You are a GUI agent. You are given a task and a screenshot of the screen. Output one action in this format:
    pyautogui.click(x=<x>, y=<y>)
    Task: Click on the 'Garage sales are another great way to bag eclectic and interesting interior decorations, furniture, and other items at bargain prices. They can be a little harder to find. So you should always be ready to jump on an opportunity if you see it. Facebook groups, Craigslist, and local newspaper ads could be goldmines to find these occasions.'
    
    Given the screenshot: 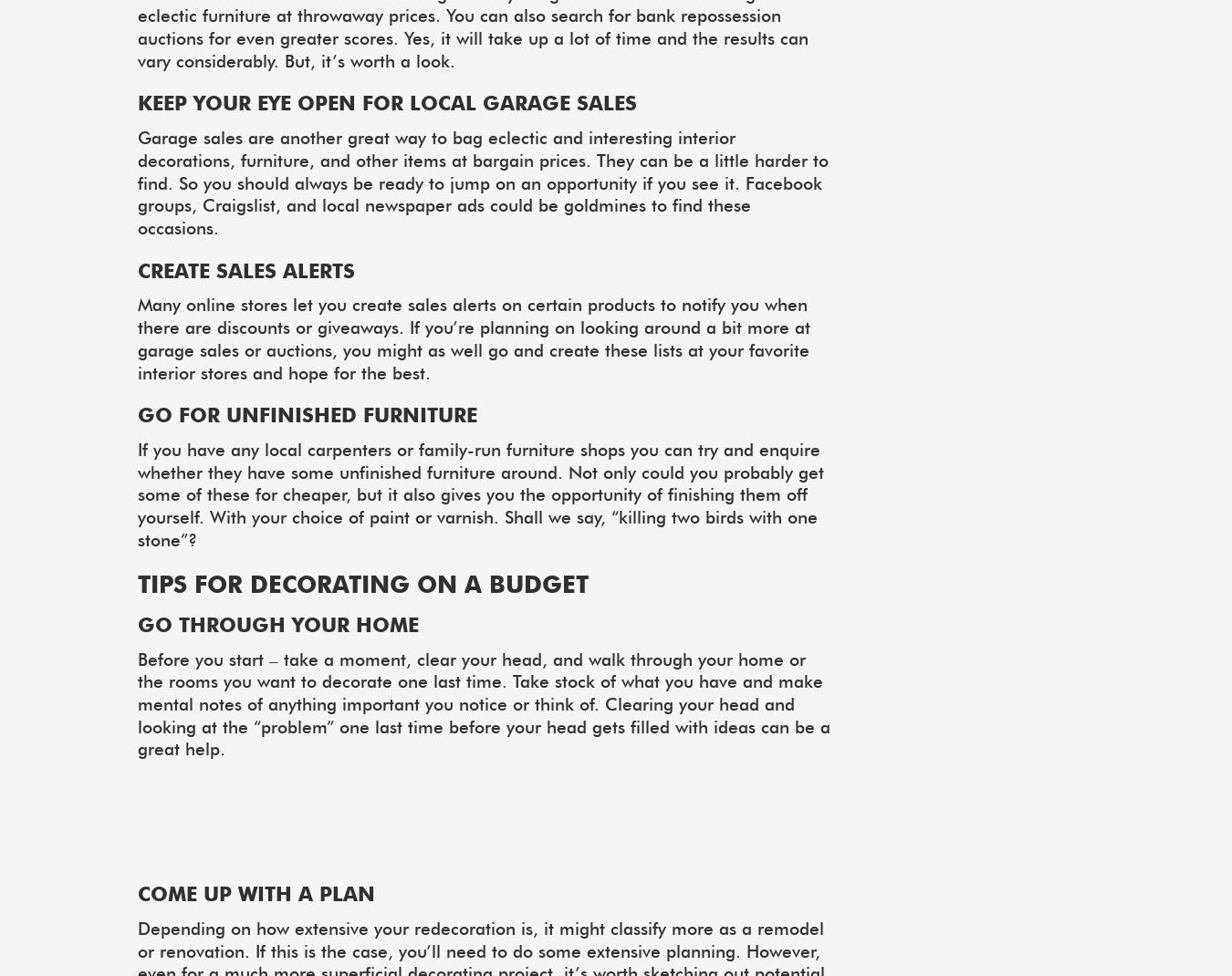 What is the action you would take?
    pyautogui.click(x=138, y=181)
    